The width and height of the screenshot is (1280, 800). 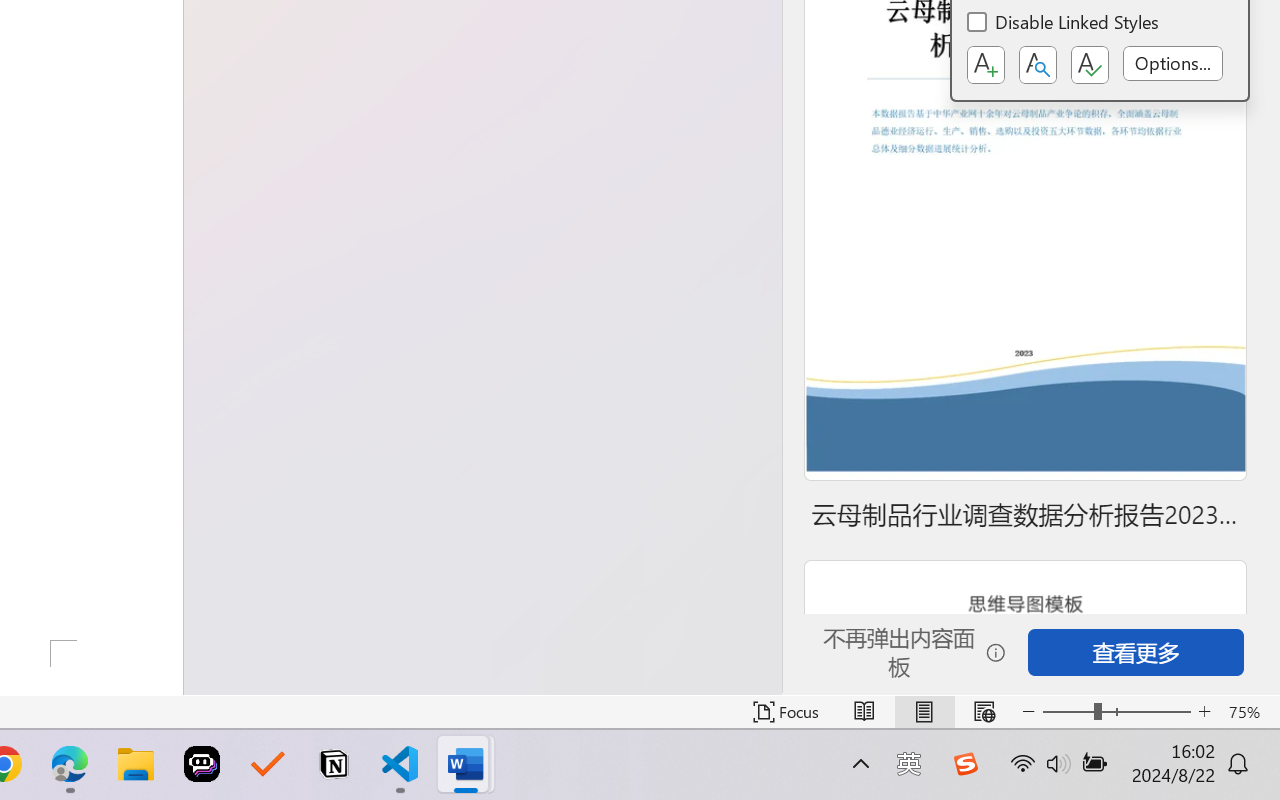 I want to click on 'Class: Image', so click(x=965, y=764).